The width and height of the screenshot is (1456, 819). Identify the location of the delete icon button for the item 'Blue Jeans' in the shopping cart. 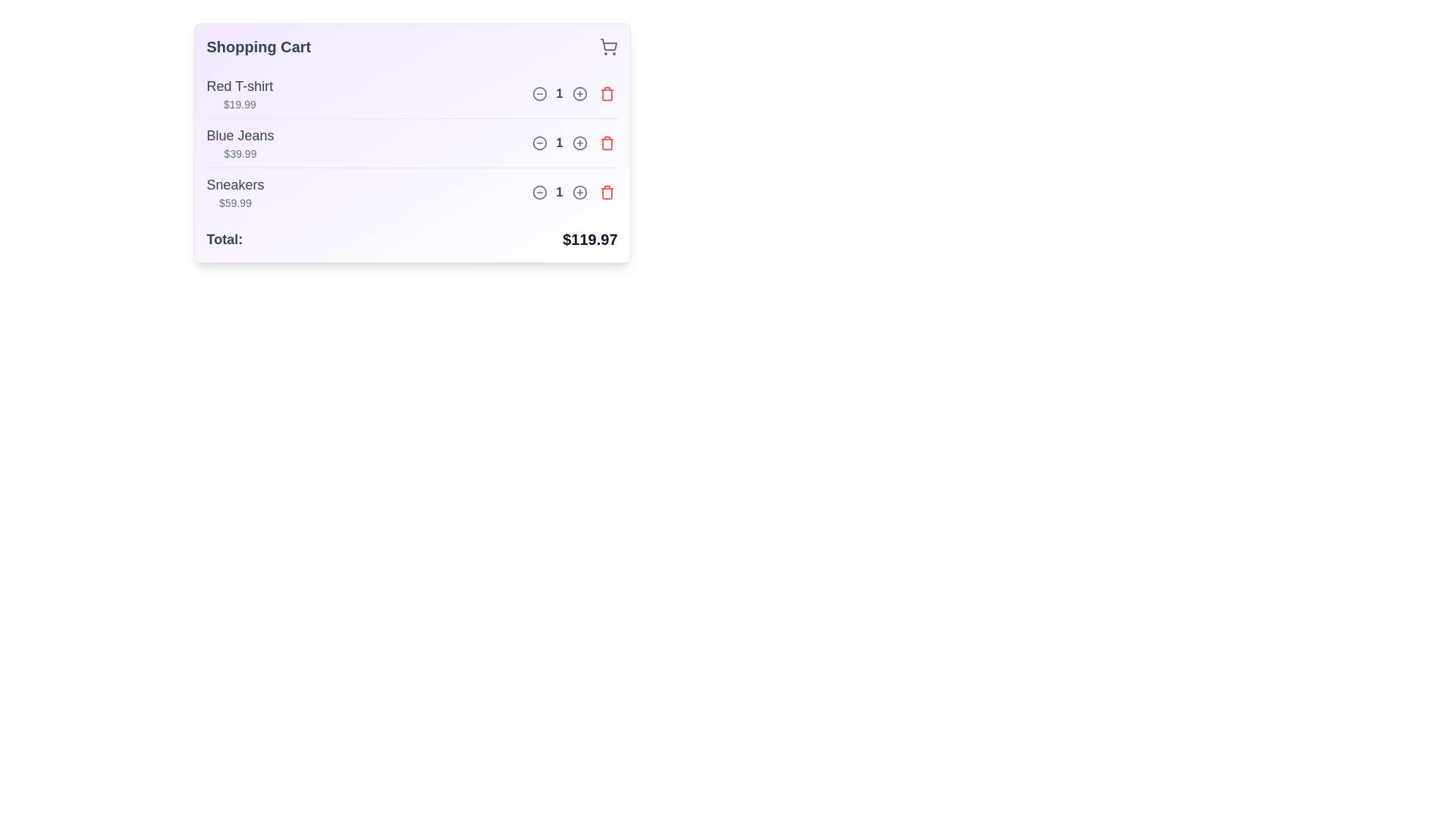
(607, 143).